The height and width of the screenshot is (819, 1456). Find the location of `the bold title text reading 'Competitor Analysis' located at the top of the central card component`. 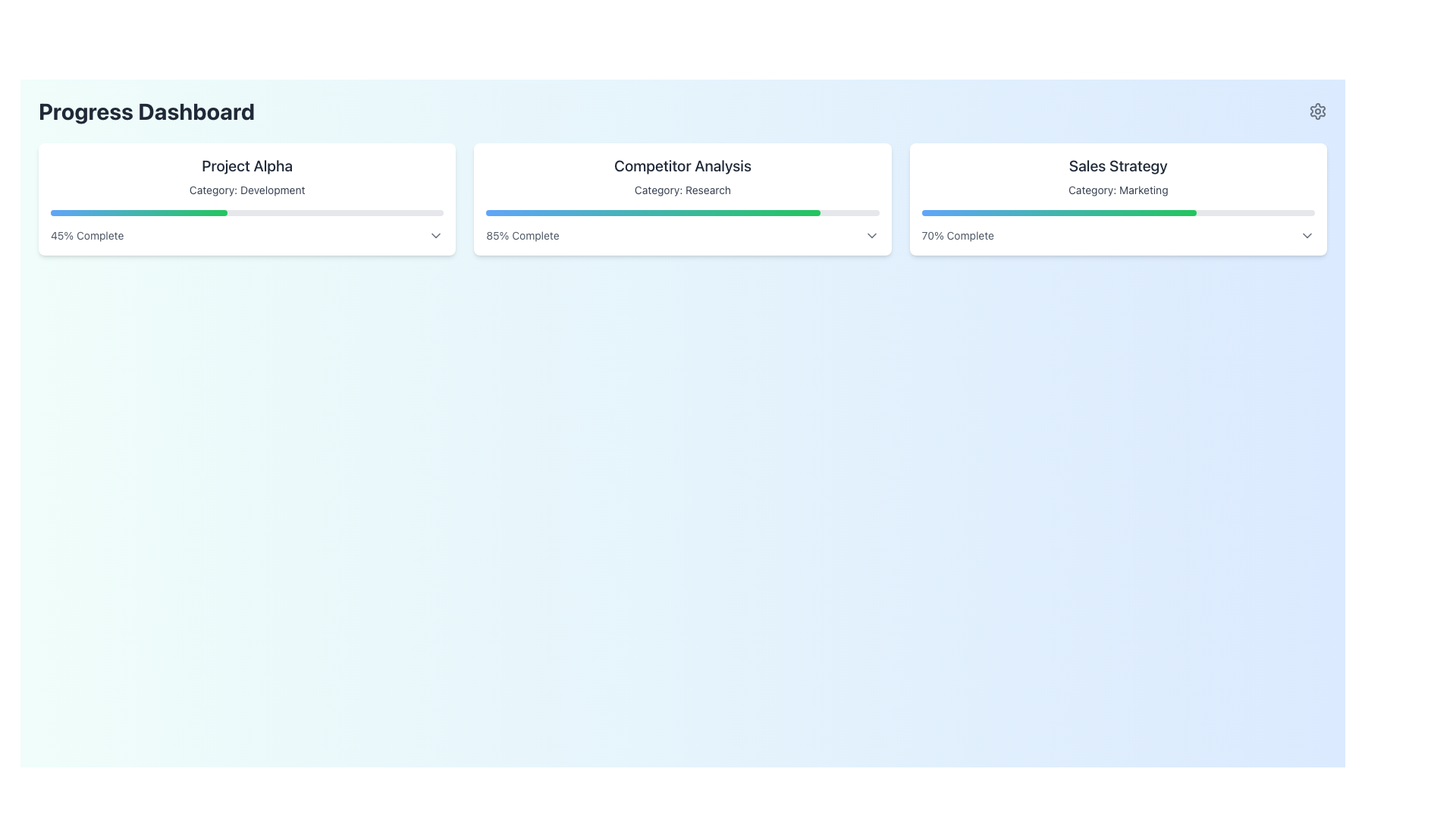

the bold title text reading 'Competitor Analysis' located at the top of the central card component is located at coordinates (682, 166).